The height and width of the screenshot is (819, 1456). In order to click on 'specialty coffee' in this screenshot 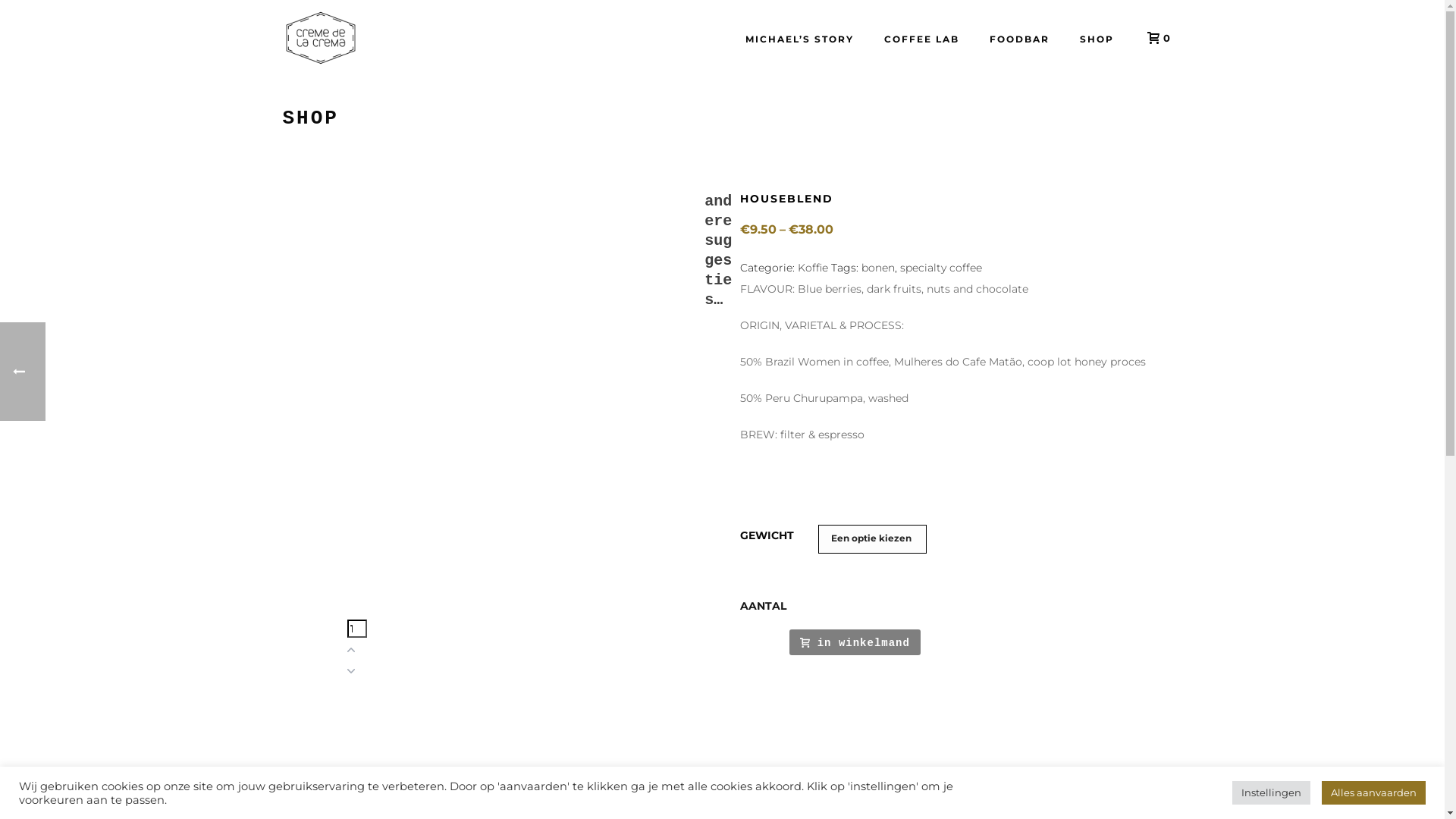, I will do `click(940, 267)`.